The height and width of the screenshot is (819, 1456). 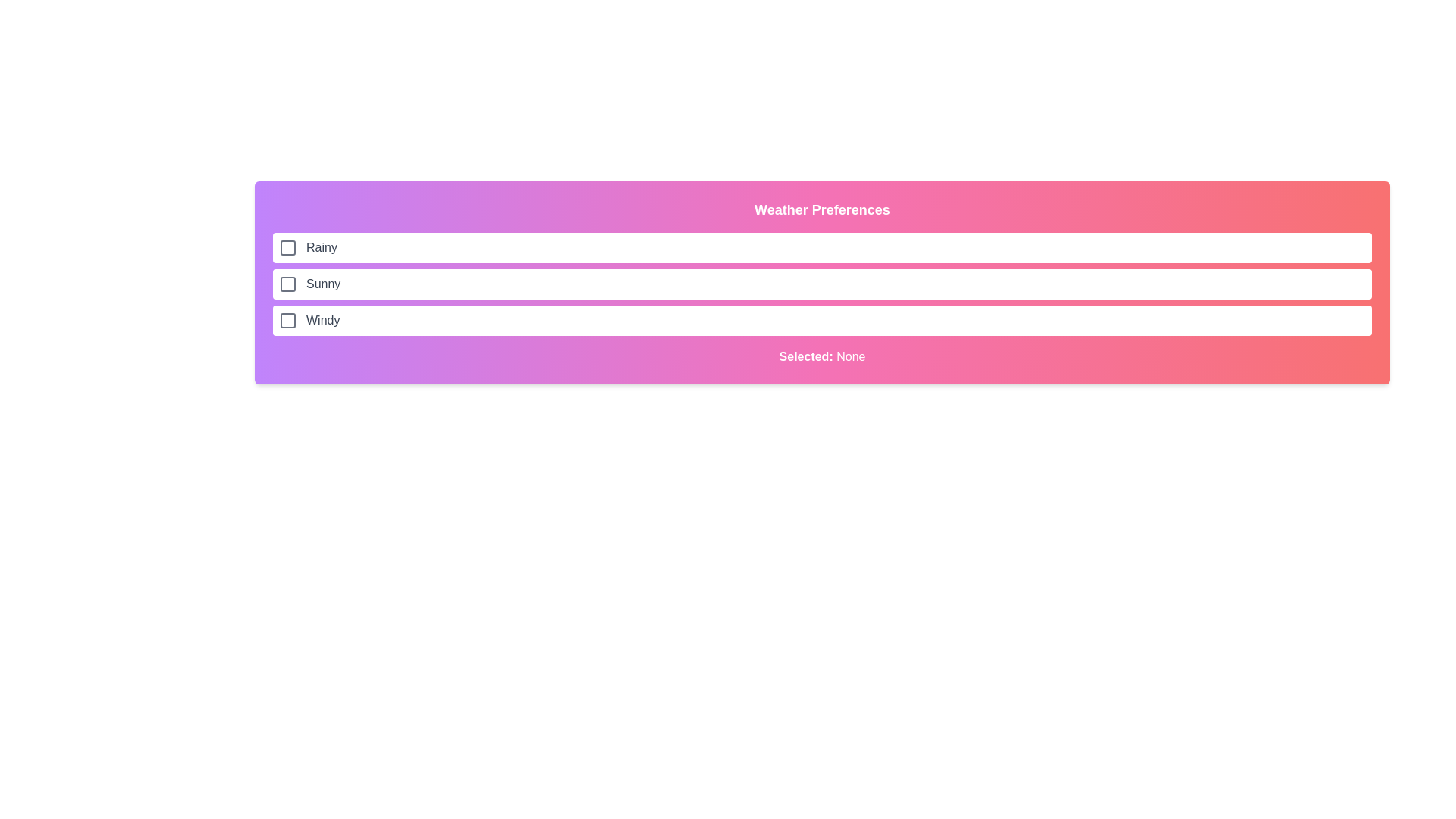 I want to click on the 'Sunny' text label to associate it with the checkbox on its left, so click(x=322, y=284).